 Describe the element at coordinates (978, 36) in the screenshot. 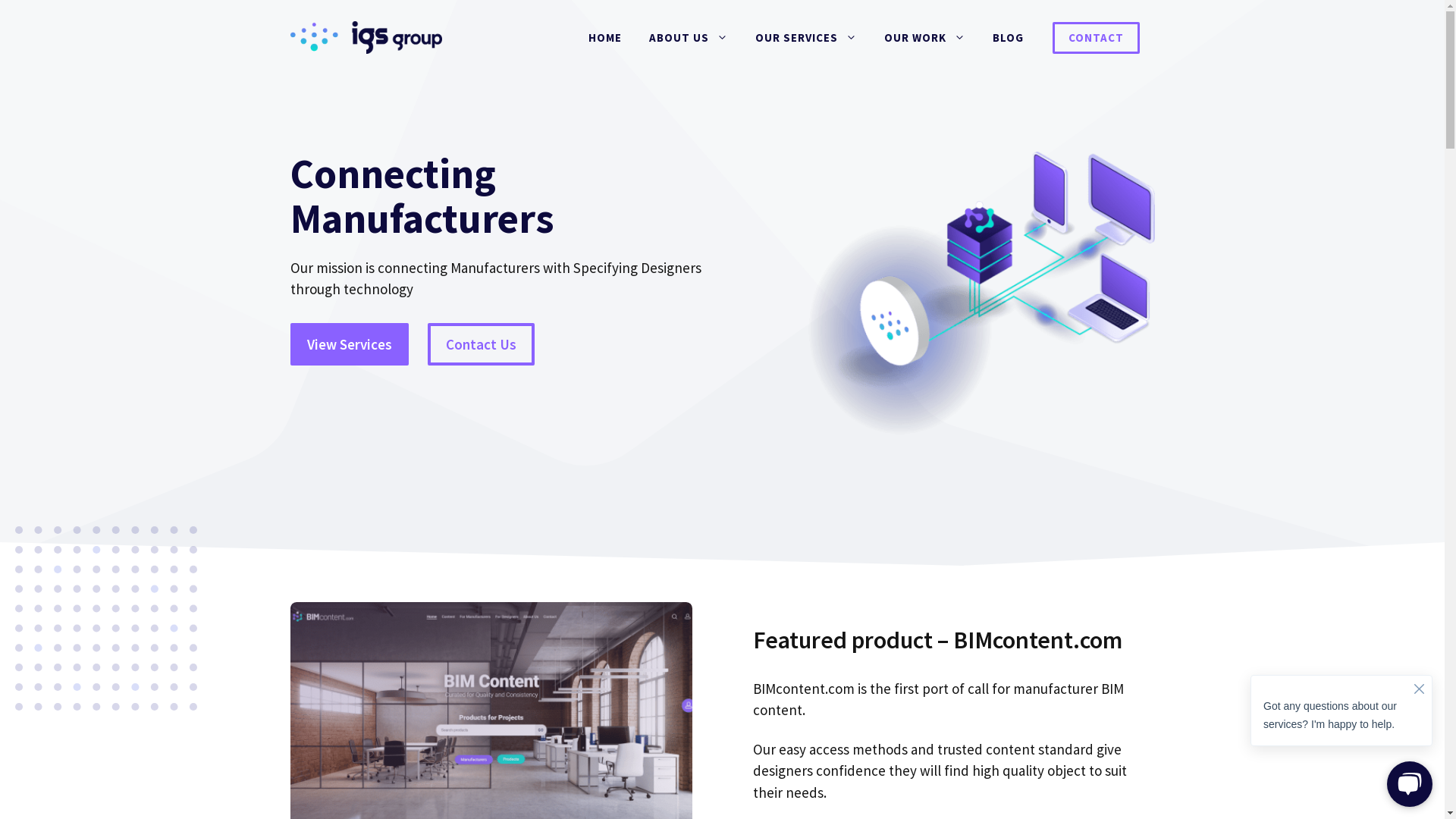

I see `'BLOG'` at that location.